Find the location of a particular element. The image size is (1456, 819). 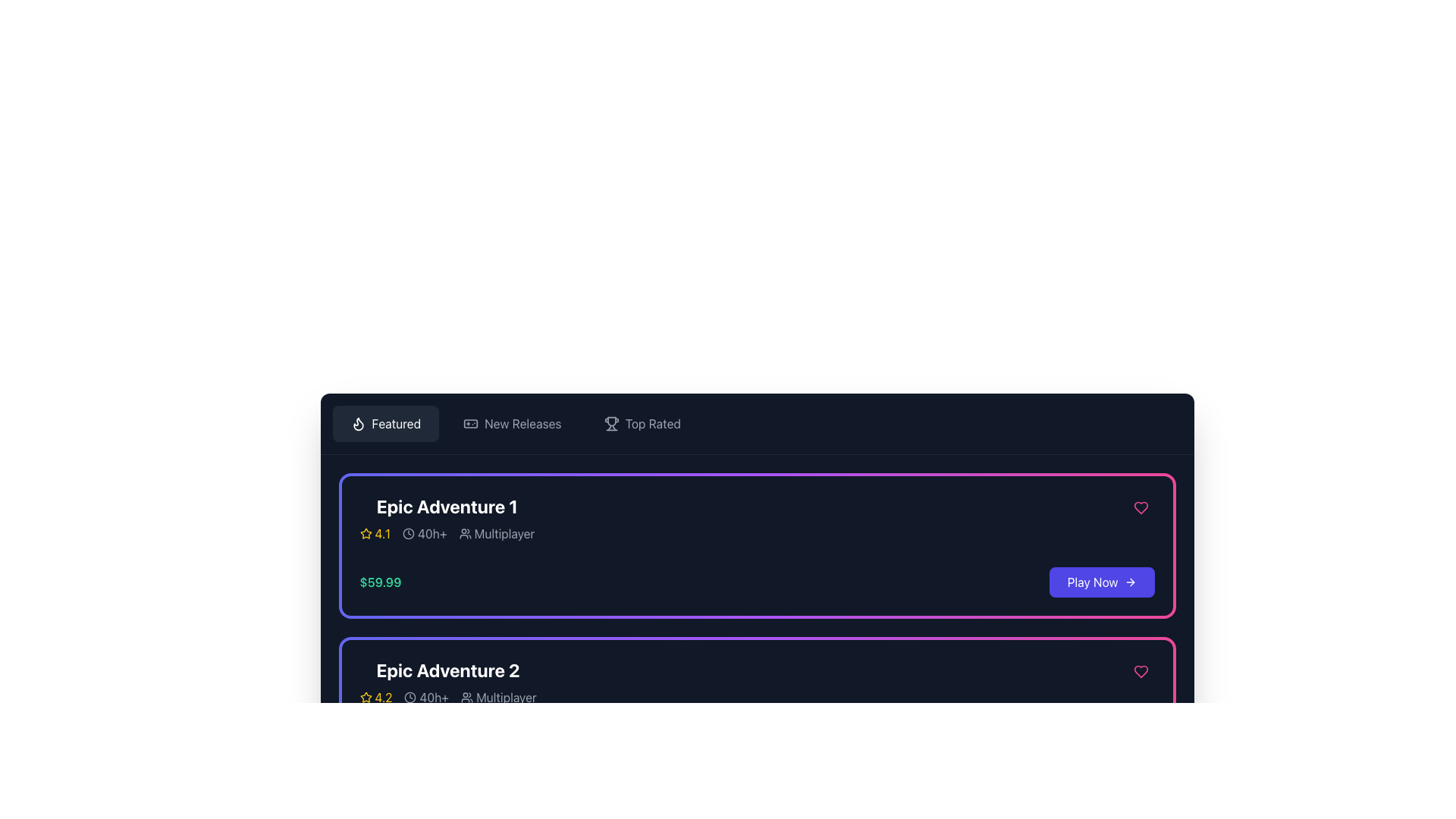

the 'Top Rated' text label, which is a light gray label on a dark background in the top navigation bar, to potentially display additional information is located at coordinates (653, 424).